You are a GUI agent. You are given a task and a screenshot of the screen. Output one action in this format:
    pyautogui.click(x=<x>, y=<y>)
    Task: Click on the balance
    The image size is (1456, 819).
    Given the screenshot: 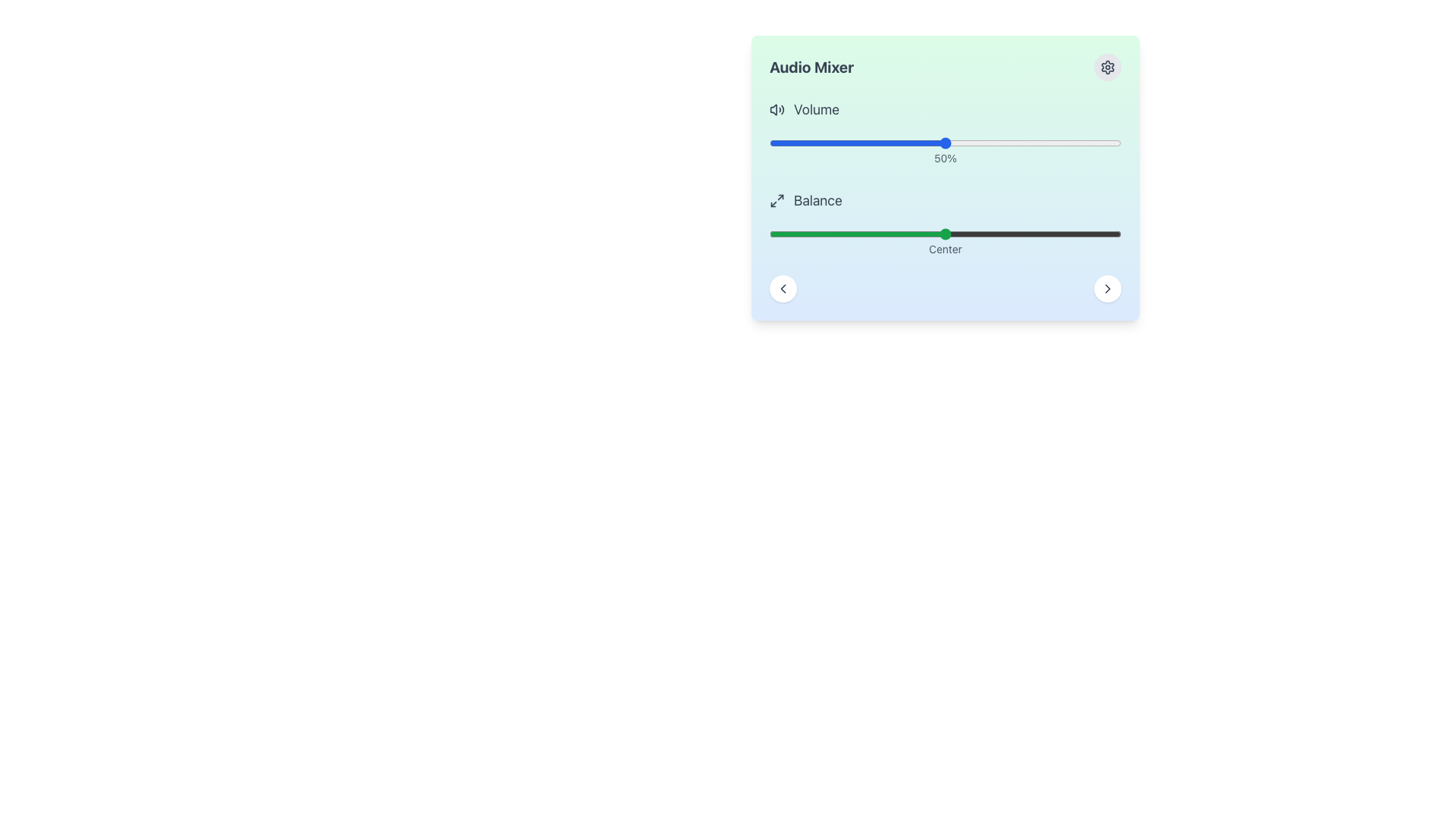 What is the action you would take?
    pyautogui.click(x=934, y=234)
    